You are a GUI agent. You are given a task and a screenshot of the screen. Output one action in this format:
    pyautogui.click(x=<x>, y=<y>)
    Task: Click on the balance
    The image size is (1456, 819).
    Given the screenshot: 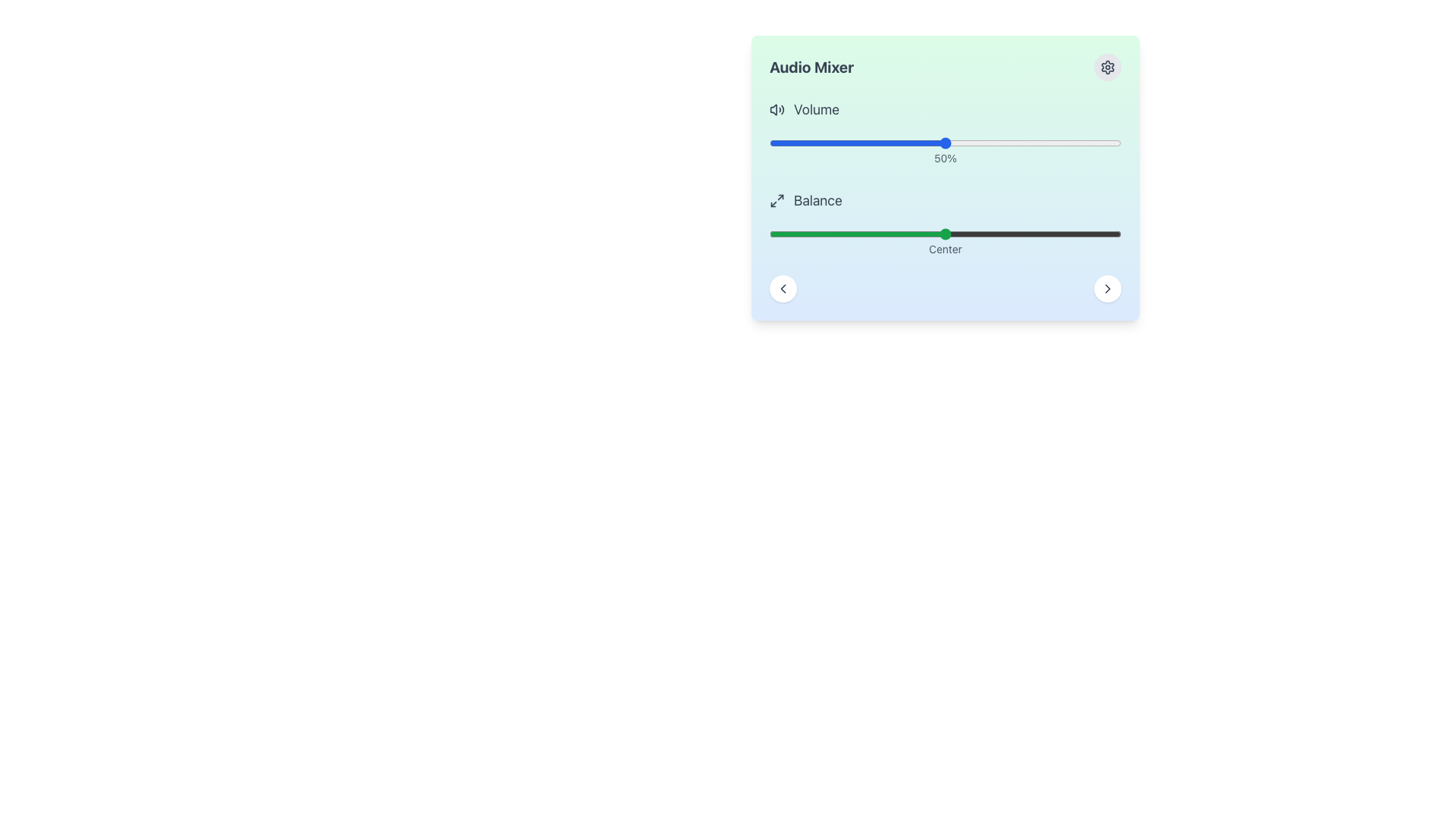 What is the action you would take?
    pyautogui.click(x=934, y=234)
    